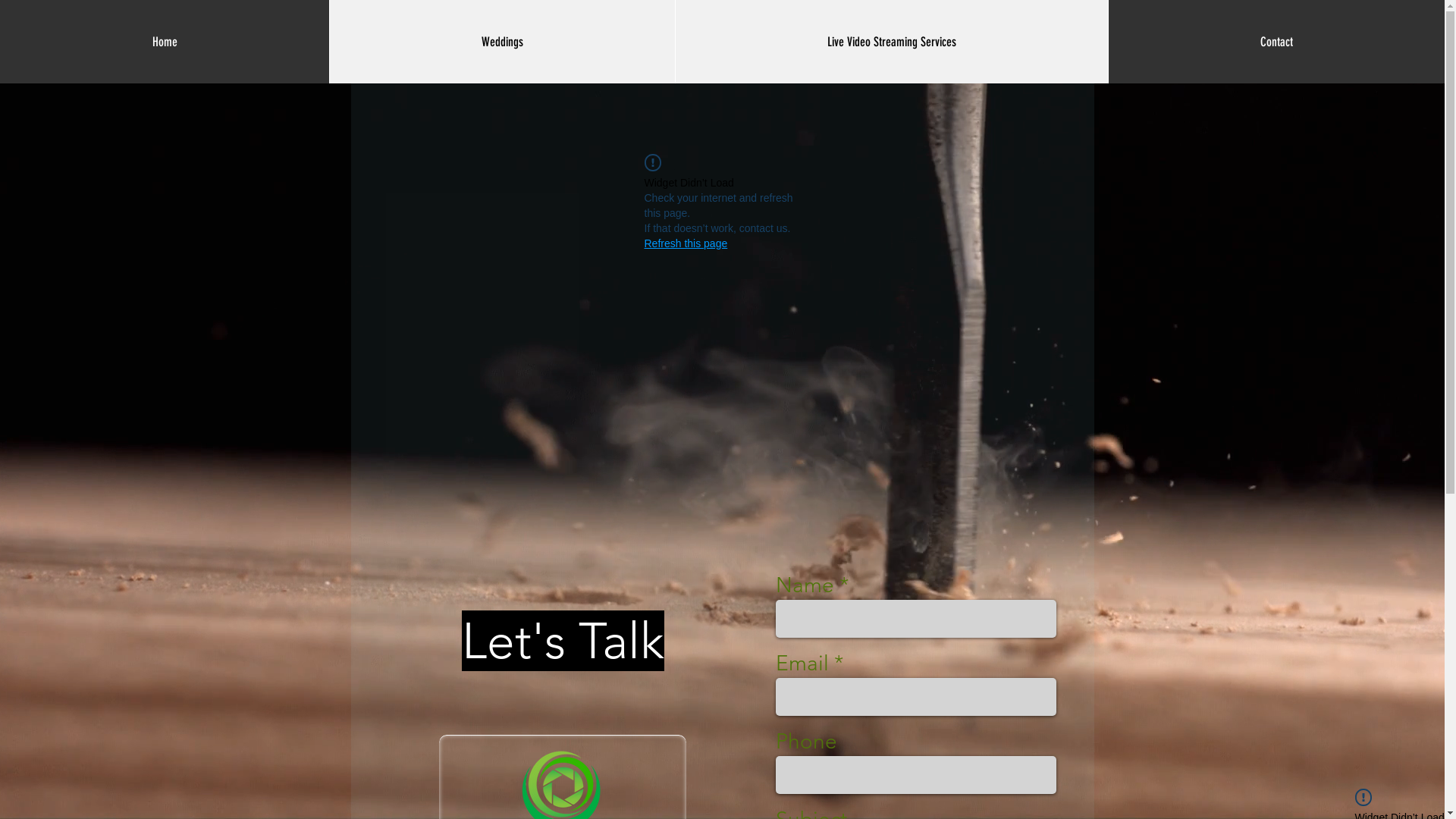  Describe the element at coordinates (686, 242) in the screenshot. I see `'Refresh this page'` at that location.